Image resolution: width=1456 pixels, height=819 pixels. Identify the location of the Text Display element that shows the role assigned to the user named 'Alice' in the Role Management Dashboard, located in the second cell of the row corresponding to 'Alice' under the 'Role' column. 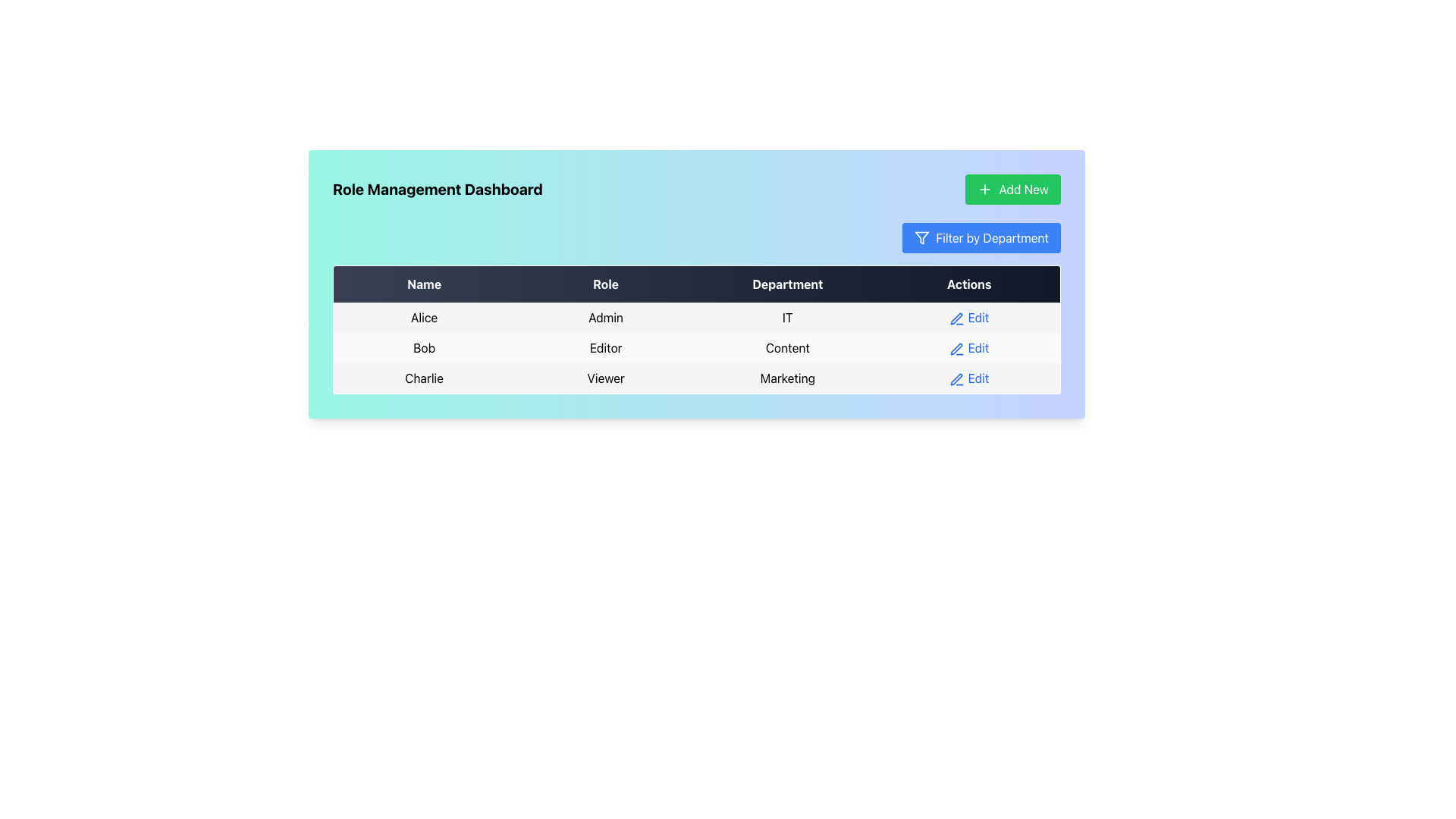
(605, 317).